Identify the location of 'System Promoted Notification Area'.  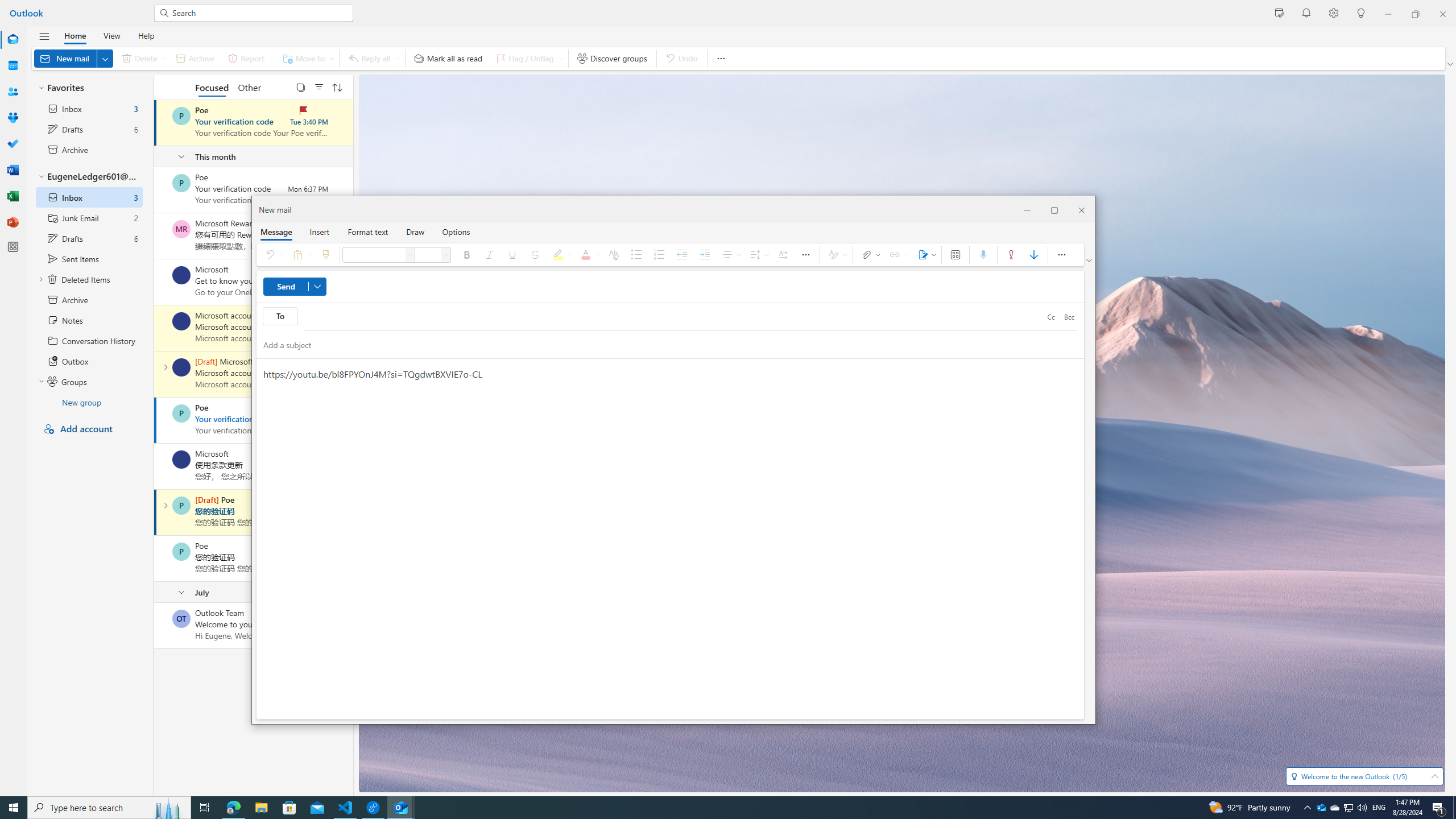
(1321, 806).